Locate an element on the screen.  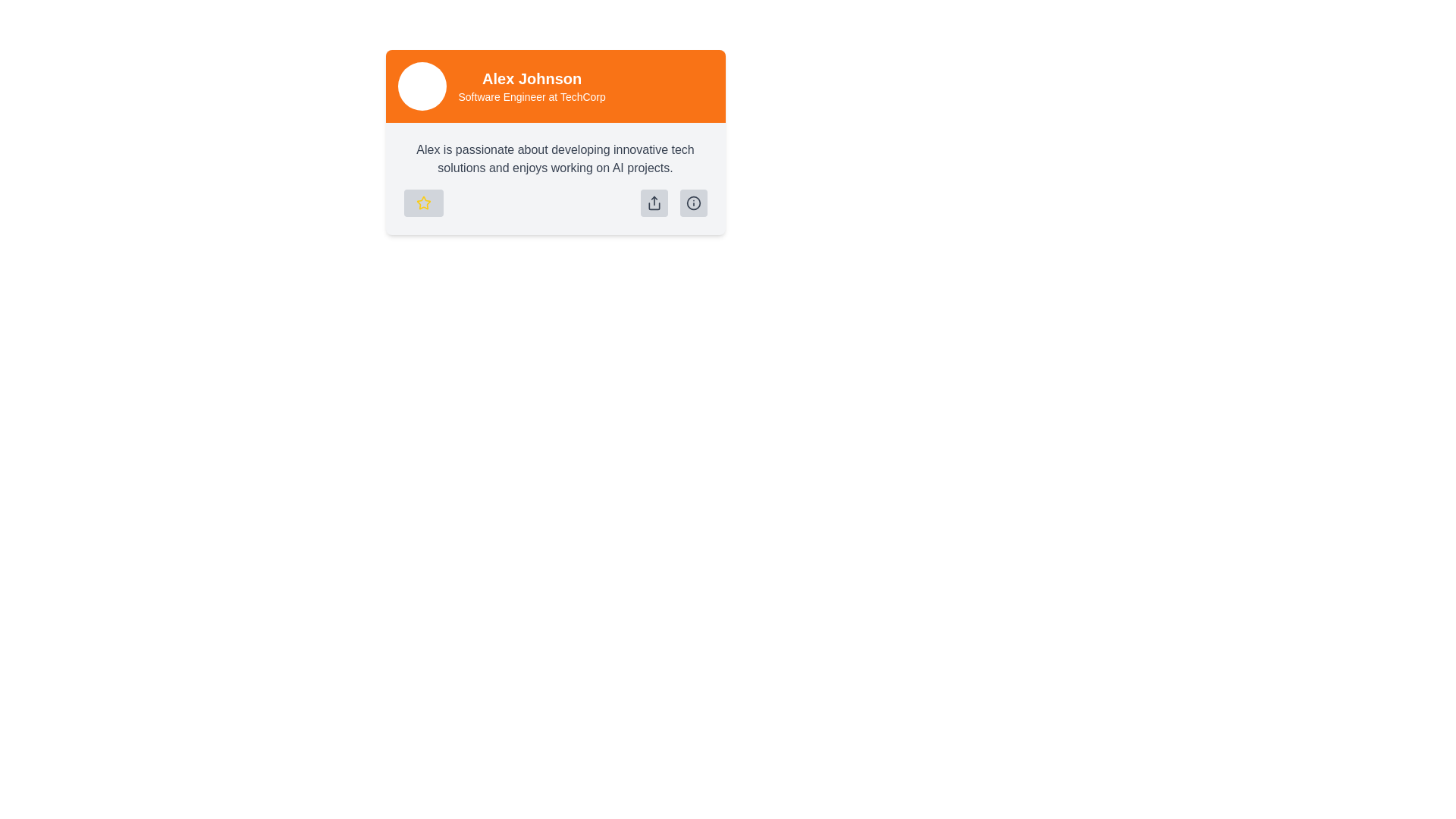
the circular icon located at the rightmost position among three icons in the footer of the card layout, which has a gray boundary and a center dot is located at coordinates (692, 202).